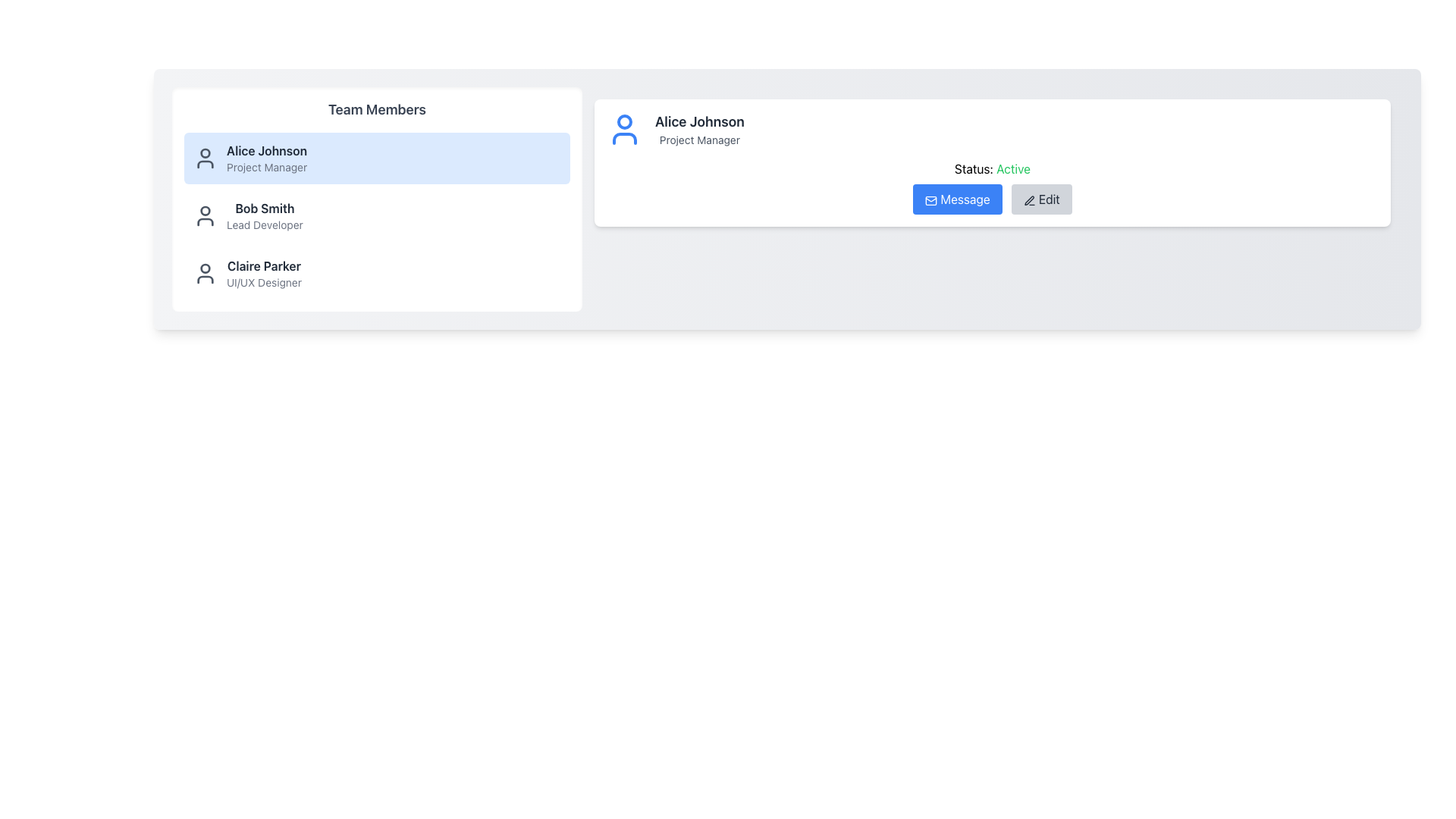 This screenshot has width=1456, height=819. I want to click on the 'Edit' button, which contains a pen icon styled with a thin black outline, so click(1029, 199).